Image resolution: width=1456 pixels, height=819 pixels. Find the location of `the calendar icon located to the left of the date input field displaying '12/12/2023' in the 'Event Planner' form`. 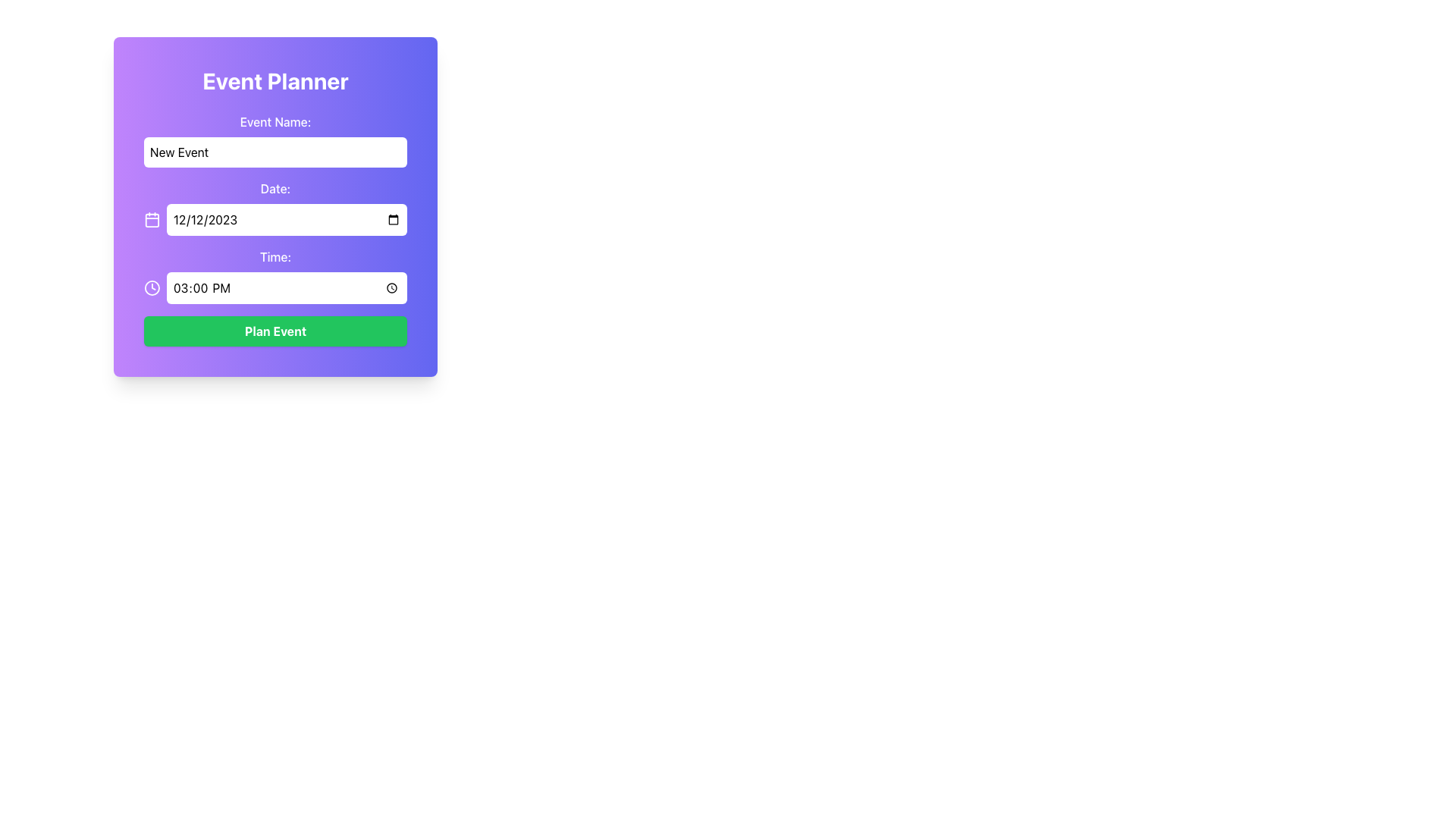

the calendar icon located to the left of the date input field displaying '12/12/2023' in the 'Event Planner' form is located at coordinates (152, 219).